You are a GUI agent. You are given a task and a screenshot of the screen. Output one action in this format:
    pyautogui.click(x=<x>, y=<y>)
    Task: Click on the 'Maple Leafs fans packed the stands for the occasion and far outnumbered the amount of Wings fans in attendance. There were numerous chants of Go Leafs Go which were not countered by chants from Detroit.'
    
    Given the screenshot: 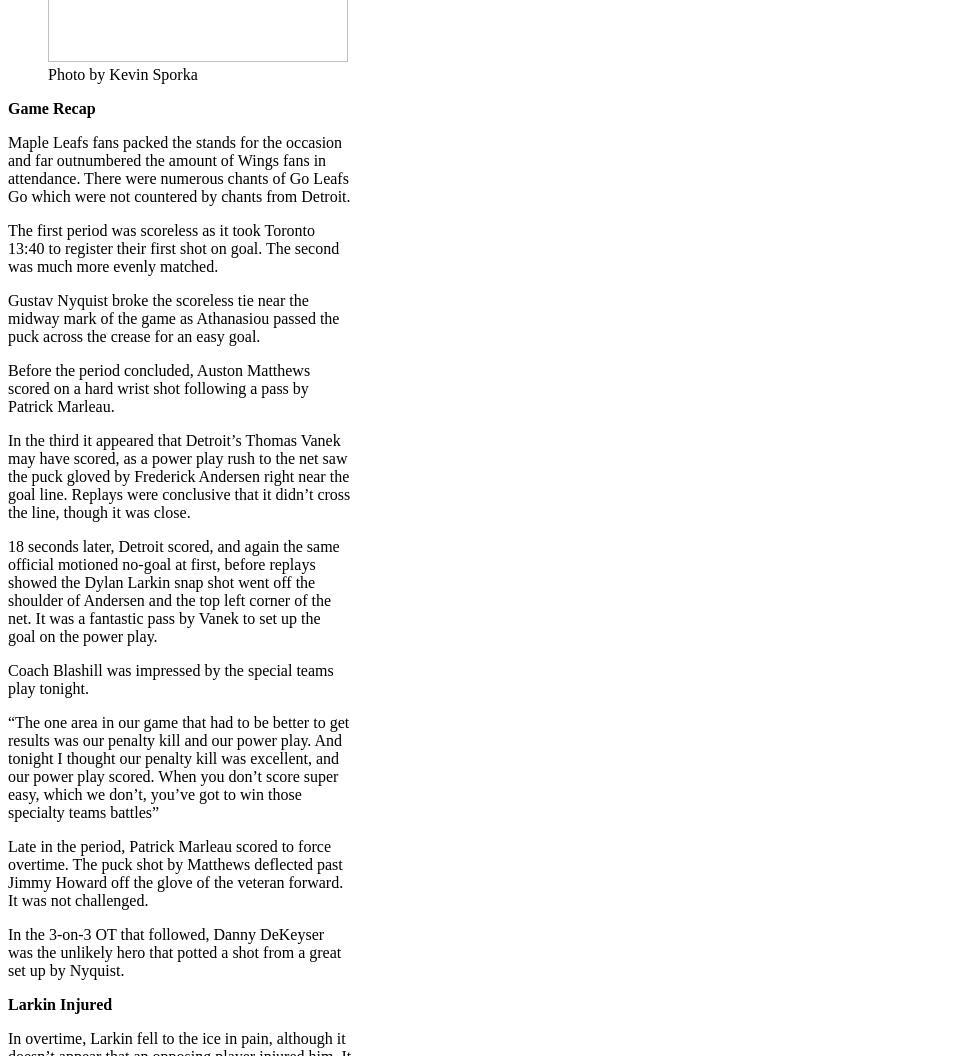 What is the action you would take?
    pyautogui.click(x=178, y=169)
    